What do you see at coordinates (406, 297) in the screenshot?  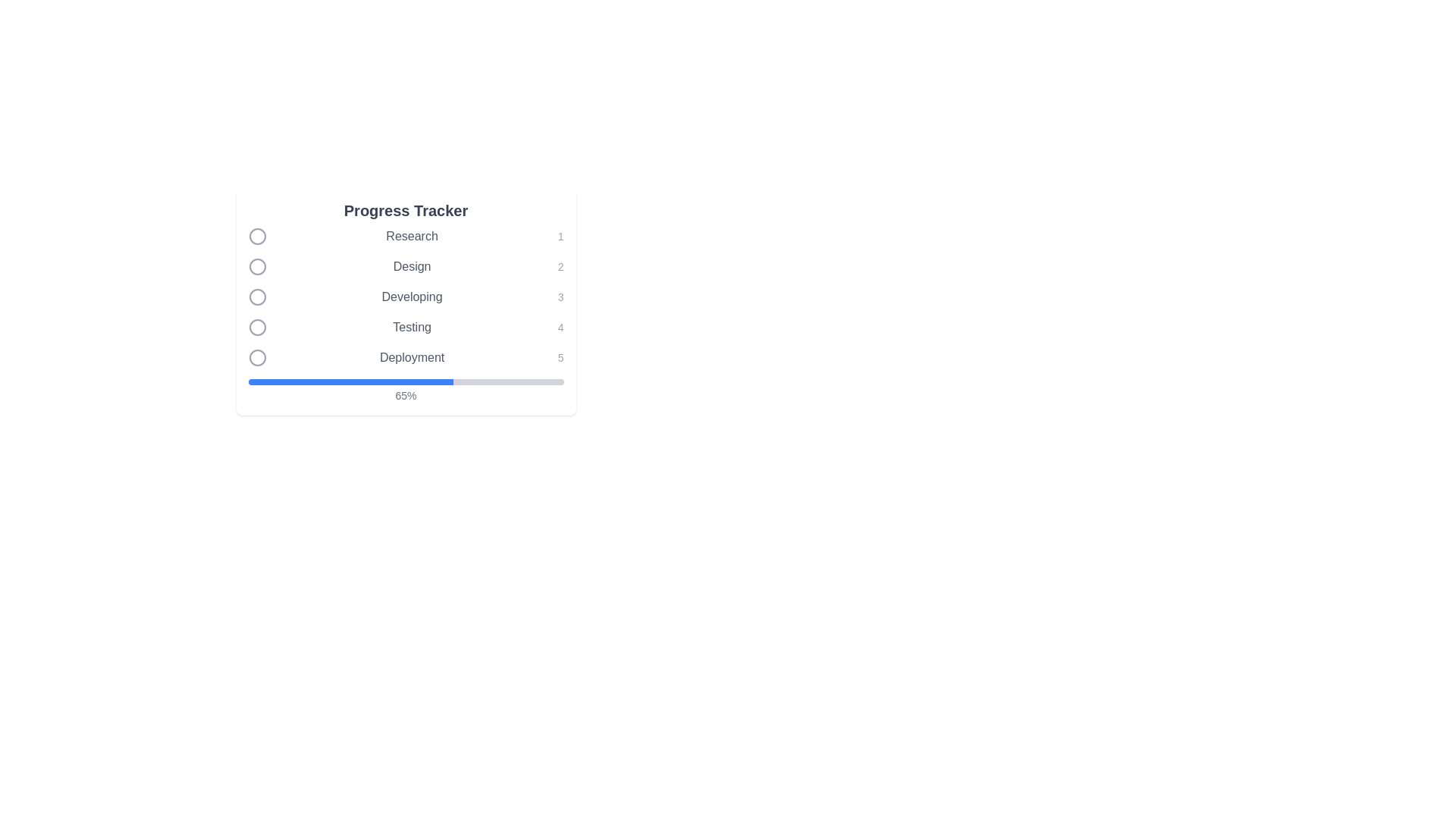 I see `the third list item in the progress tracker that denotes the 'Developing' phase, positioned between 'Design 2' and 'Testing 4'` at bounding box center [406, 297].